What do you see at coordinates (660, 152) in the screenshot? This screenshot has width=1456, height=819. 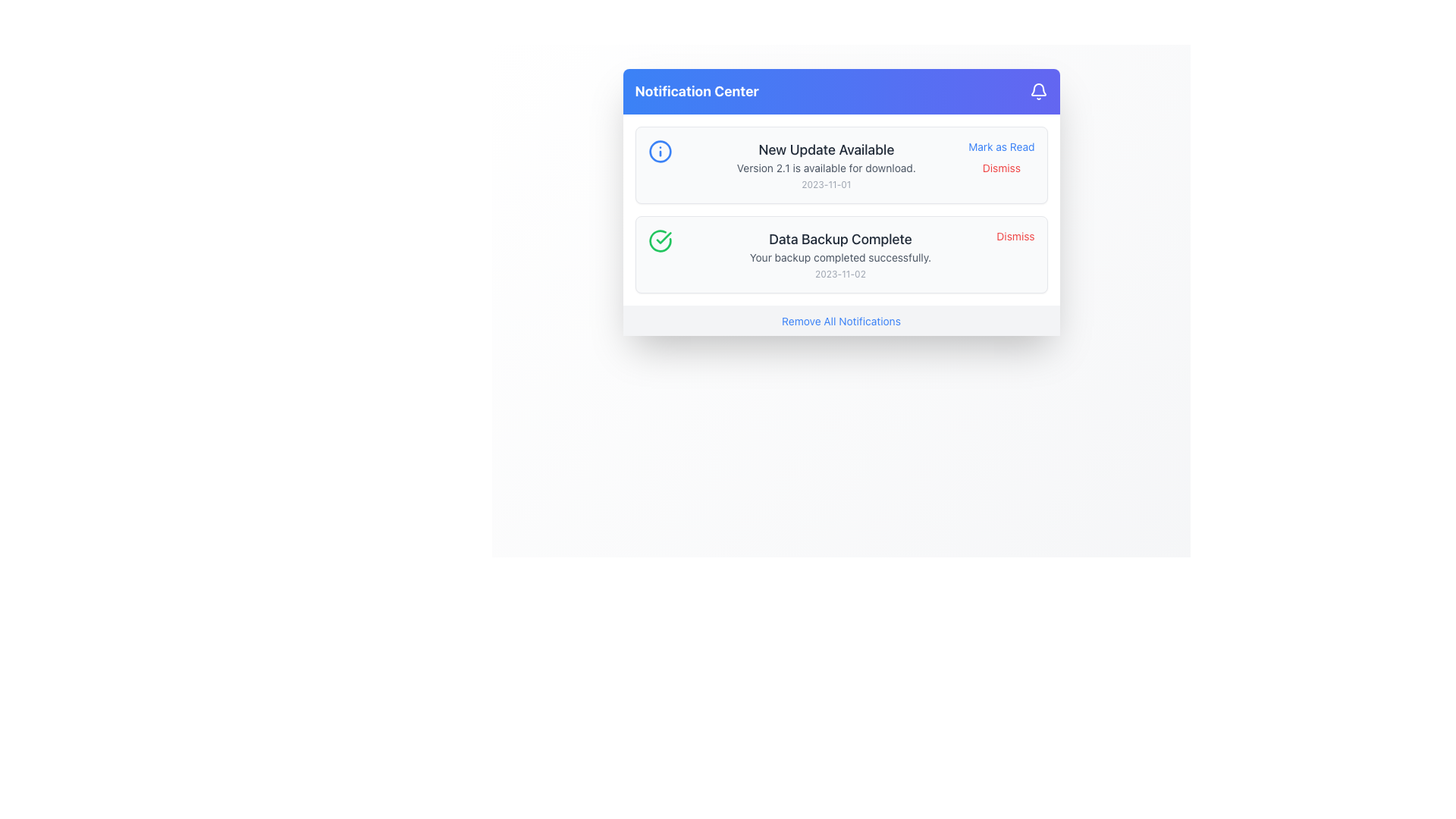 I see `the circular icon component that is part of the prominent blue-bordered icon, located to the left of the 'New Update Available' notification text` at bounding box center [660, 152].